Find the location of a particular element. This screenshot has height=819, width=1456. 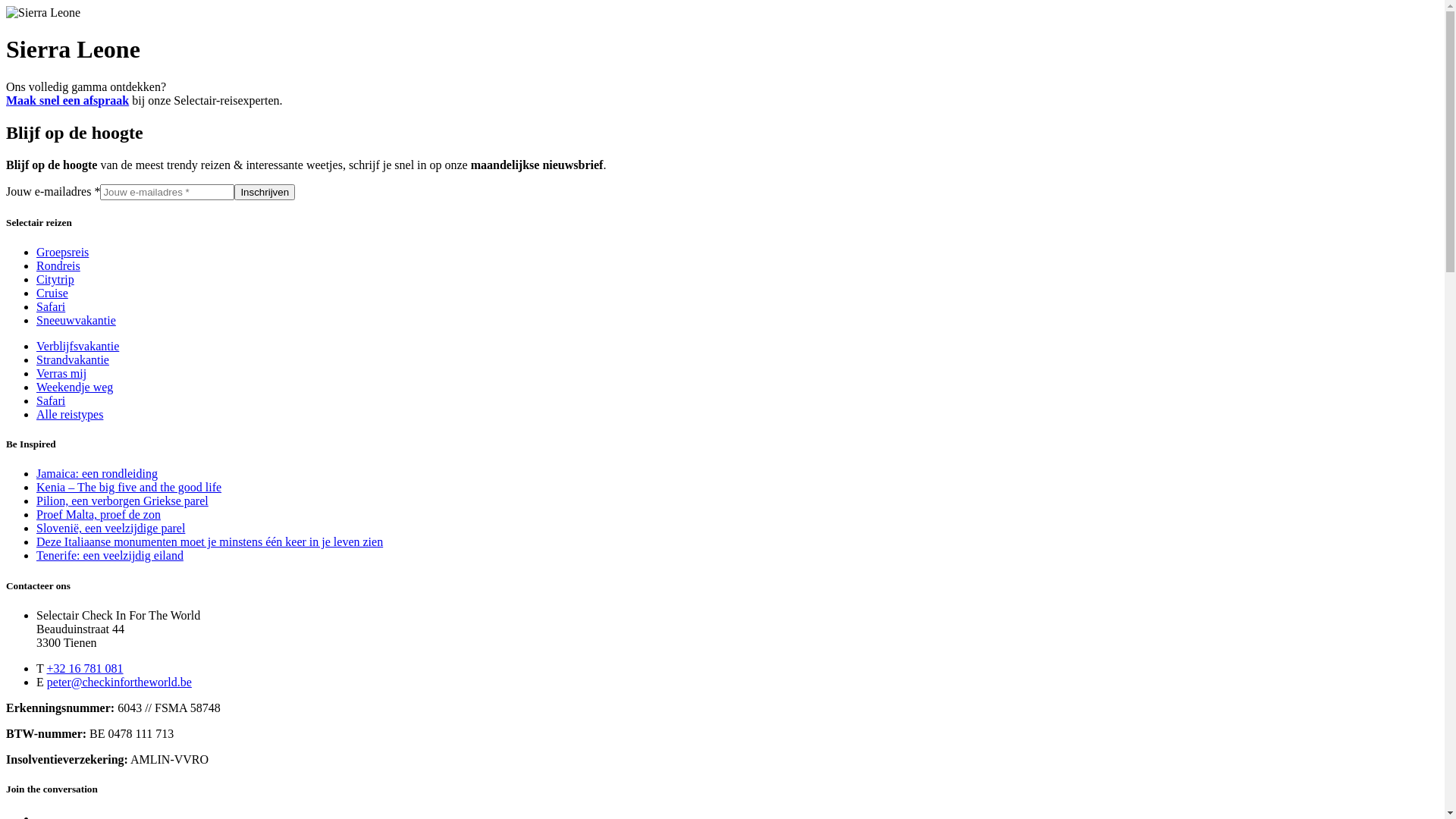

'Sneeuwvakantie' is located at coordinates (75, 319).